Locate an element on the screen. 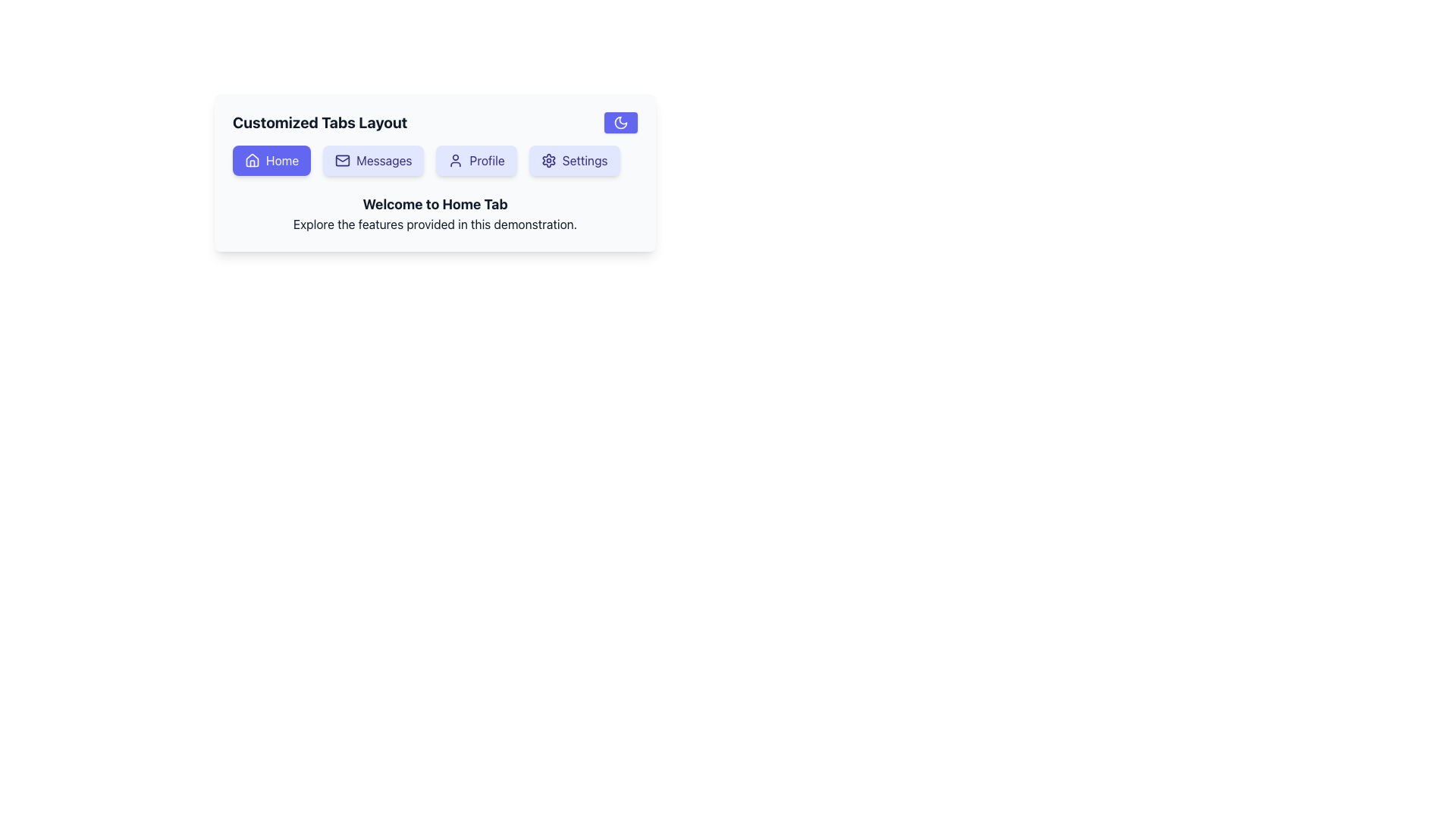 This screenshot has width=1456, height=819. the decorative graphical icon representing the 'Home' navigation button, which is located in the top horizontal navigation bar of the interface is located at coordinates (252, 160).